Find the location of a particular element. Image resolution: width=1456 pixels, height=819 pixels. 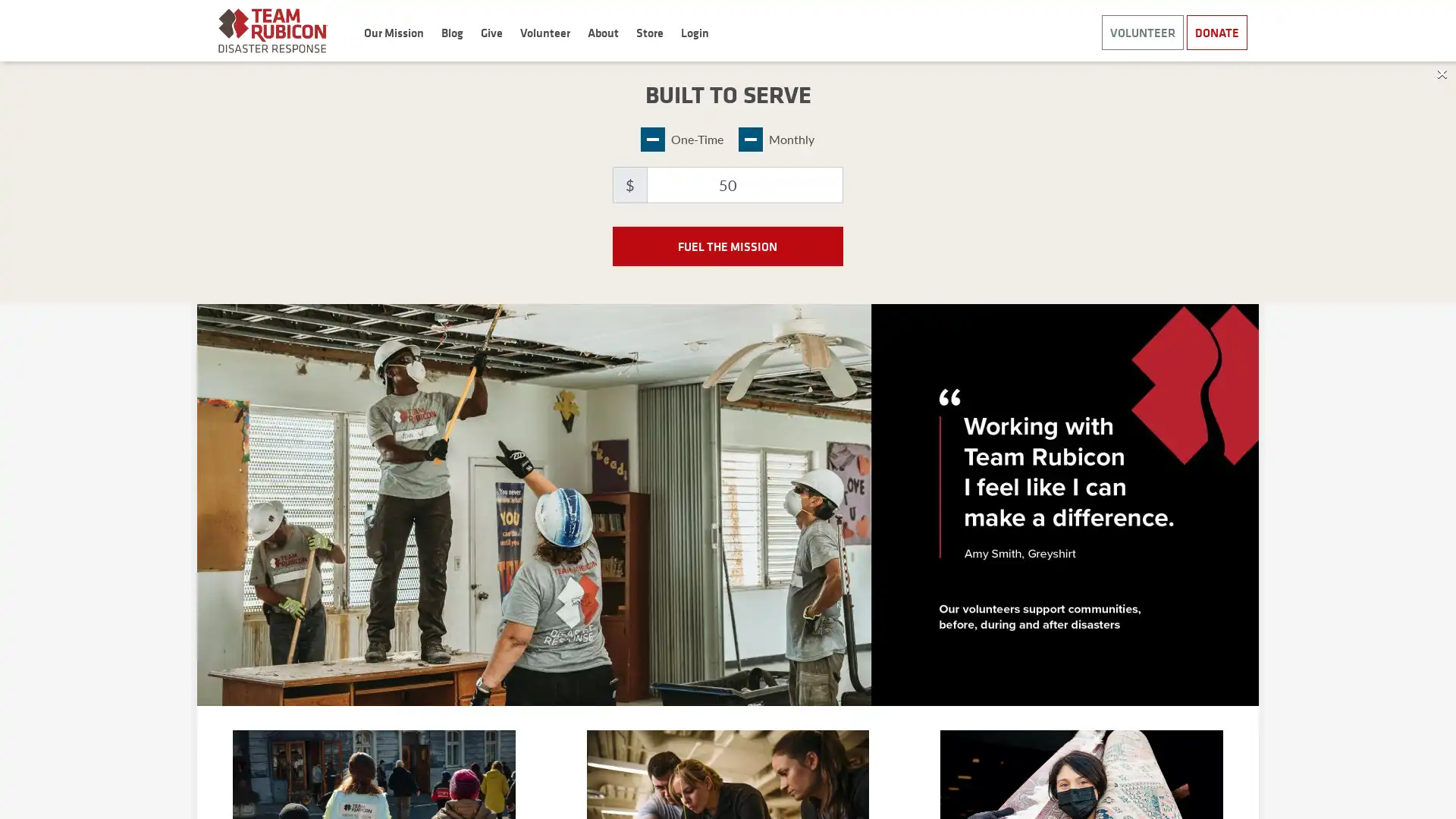

DONATE is located at coordinates (1216, 32).